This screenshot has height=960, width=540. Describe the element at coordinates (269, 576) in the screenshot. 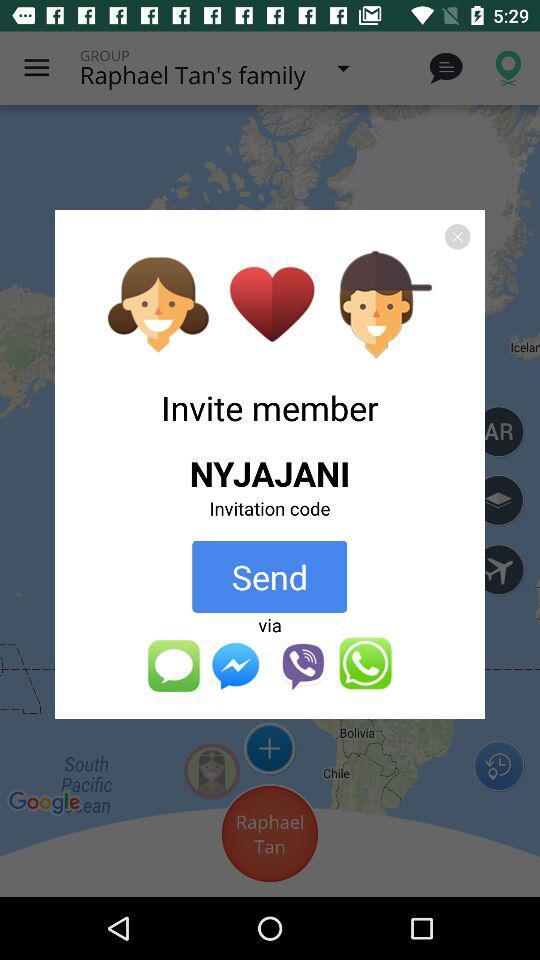

I see `send item` at that location.